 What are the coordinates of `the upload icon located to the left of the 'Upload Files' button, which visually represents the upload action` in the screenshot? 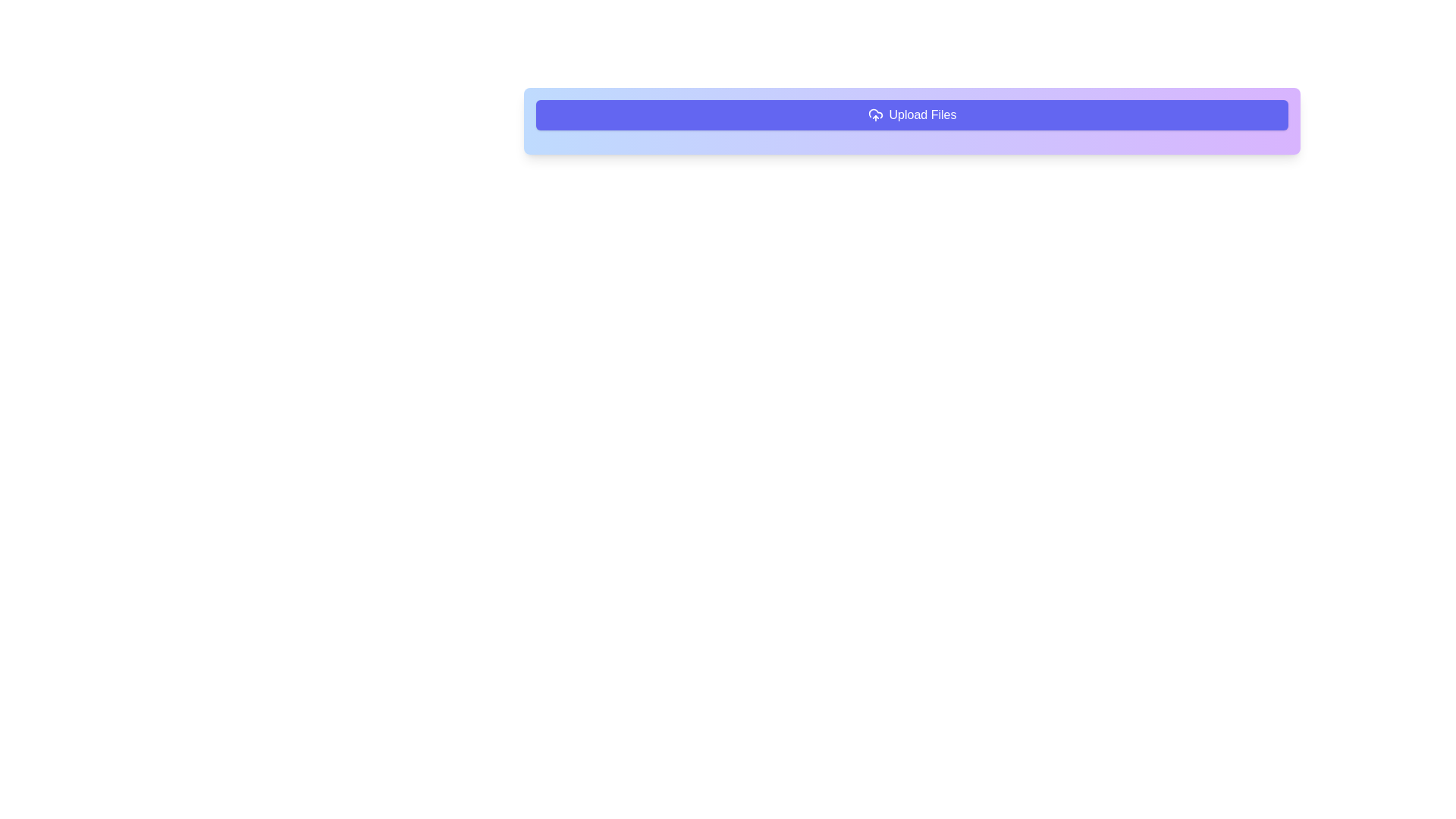 It's located at (875, 114).